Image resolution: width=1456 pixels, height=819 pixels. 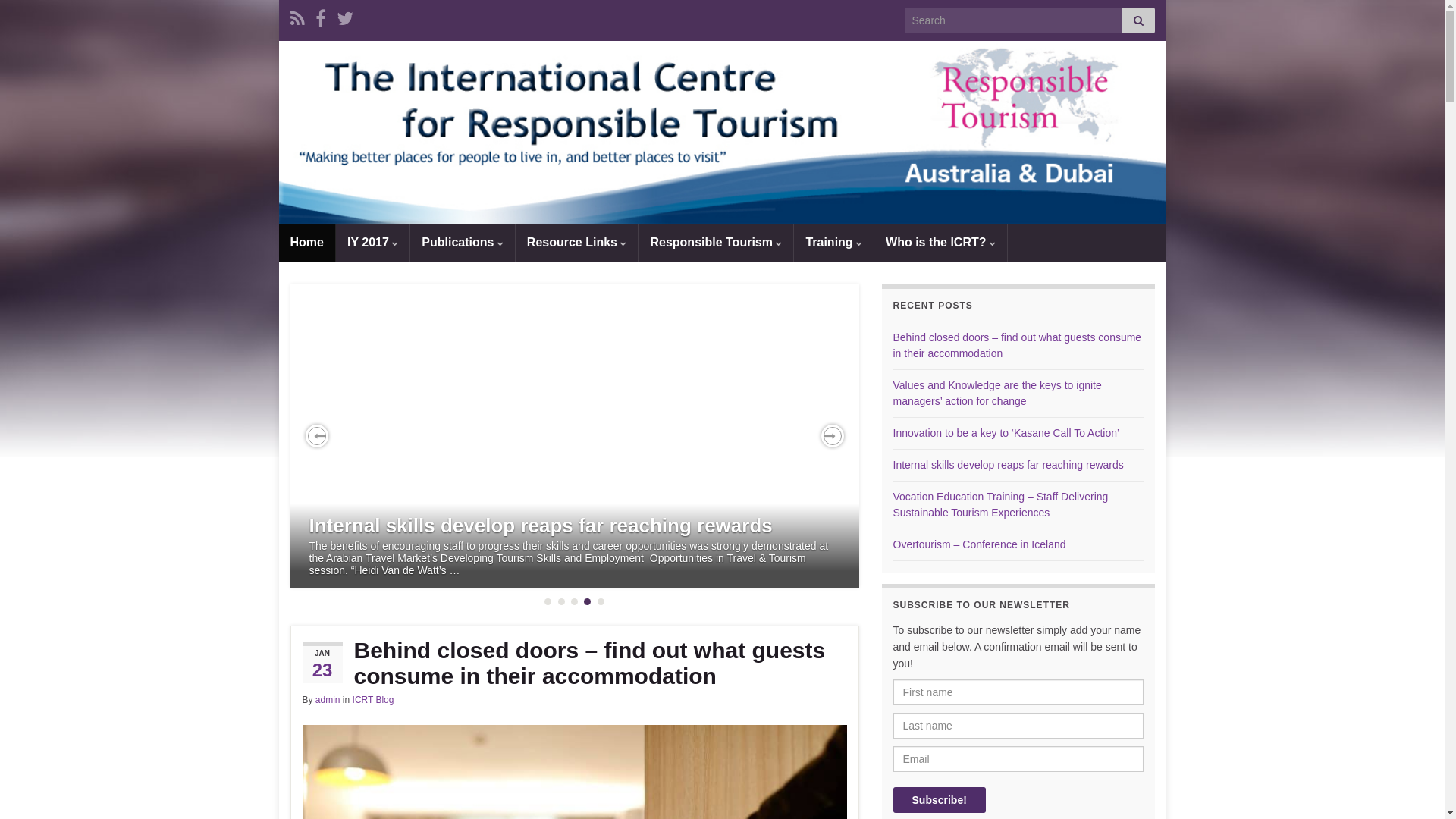 I want to click on 'Facebook', so click(x=319, y=16).